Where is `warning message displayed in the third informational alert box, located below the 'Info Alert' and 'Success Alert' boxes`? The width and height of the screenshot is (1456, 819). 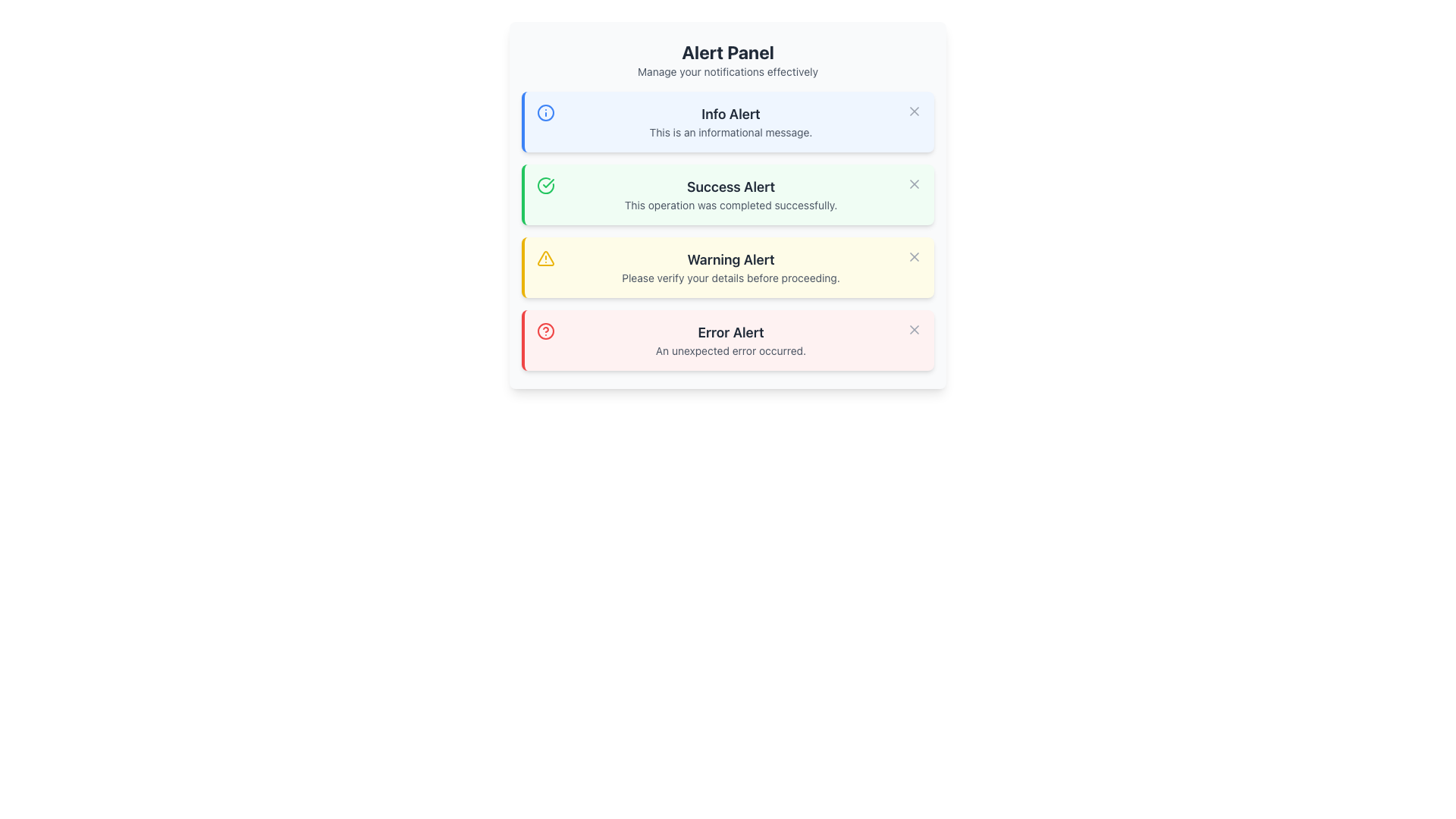
warning message displayed in the third informational alert box, located below the 'Info Alert' and 'Success Alert' boxes is located at coordinates (731, 267).